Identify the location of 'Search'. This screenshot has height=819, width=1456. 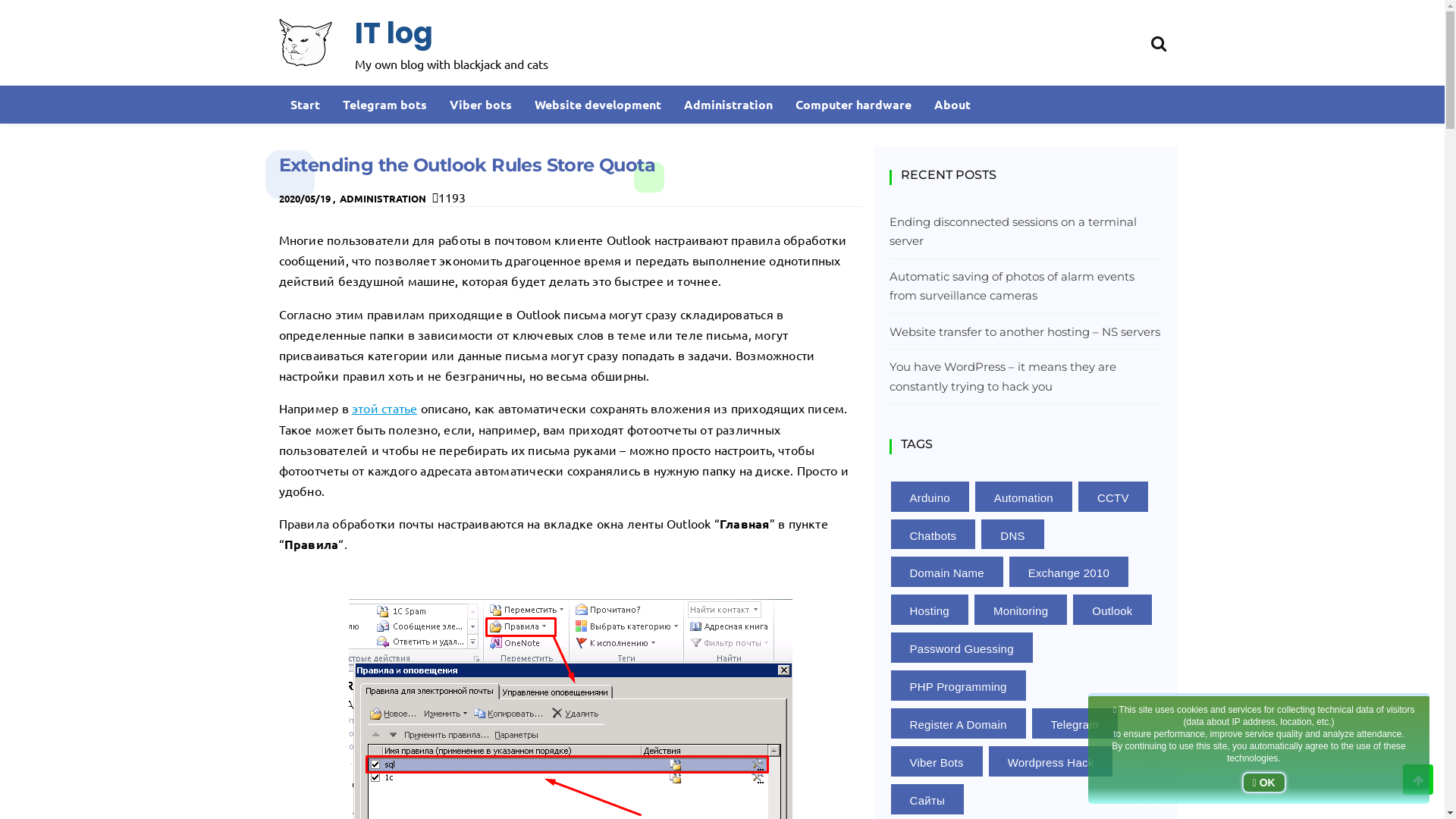
(1157, 40).